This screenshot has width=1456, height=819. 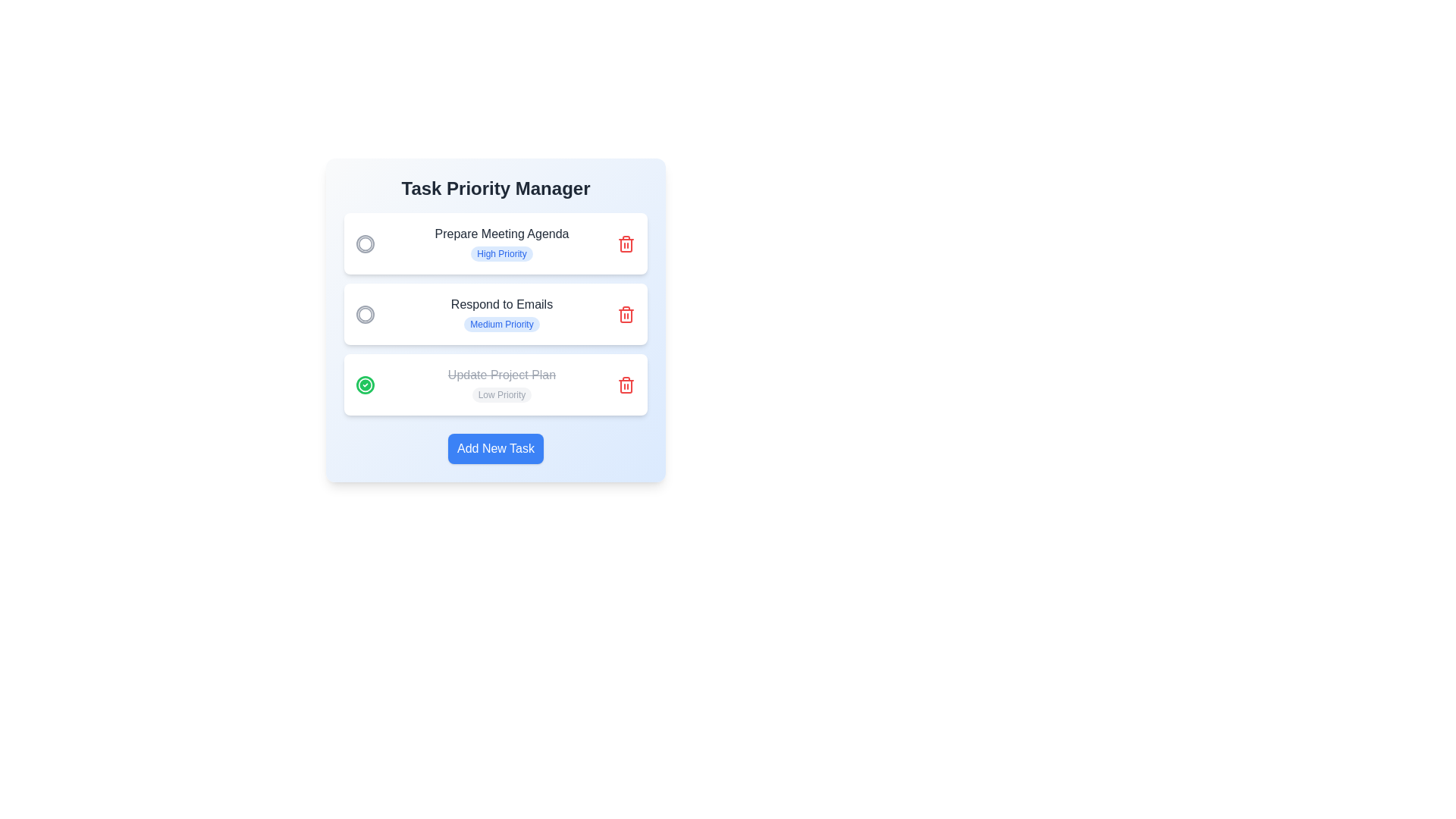 I want to click on the 'Medium Priority' label, which is a rectangular badge with rounded edges, light blue background, and blue text located beneath the 'Respond to Emails' text, so click(x=502, y=324).